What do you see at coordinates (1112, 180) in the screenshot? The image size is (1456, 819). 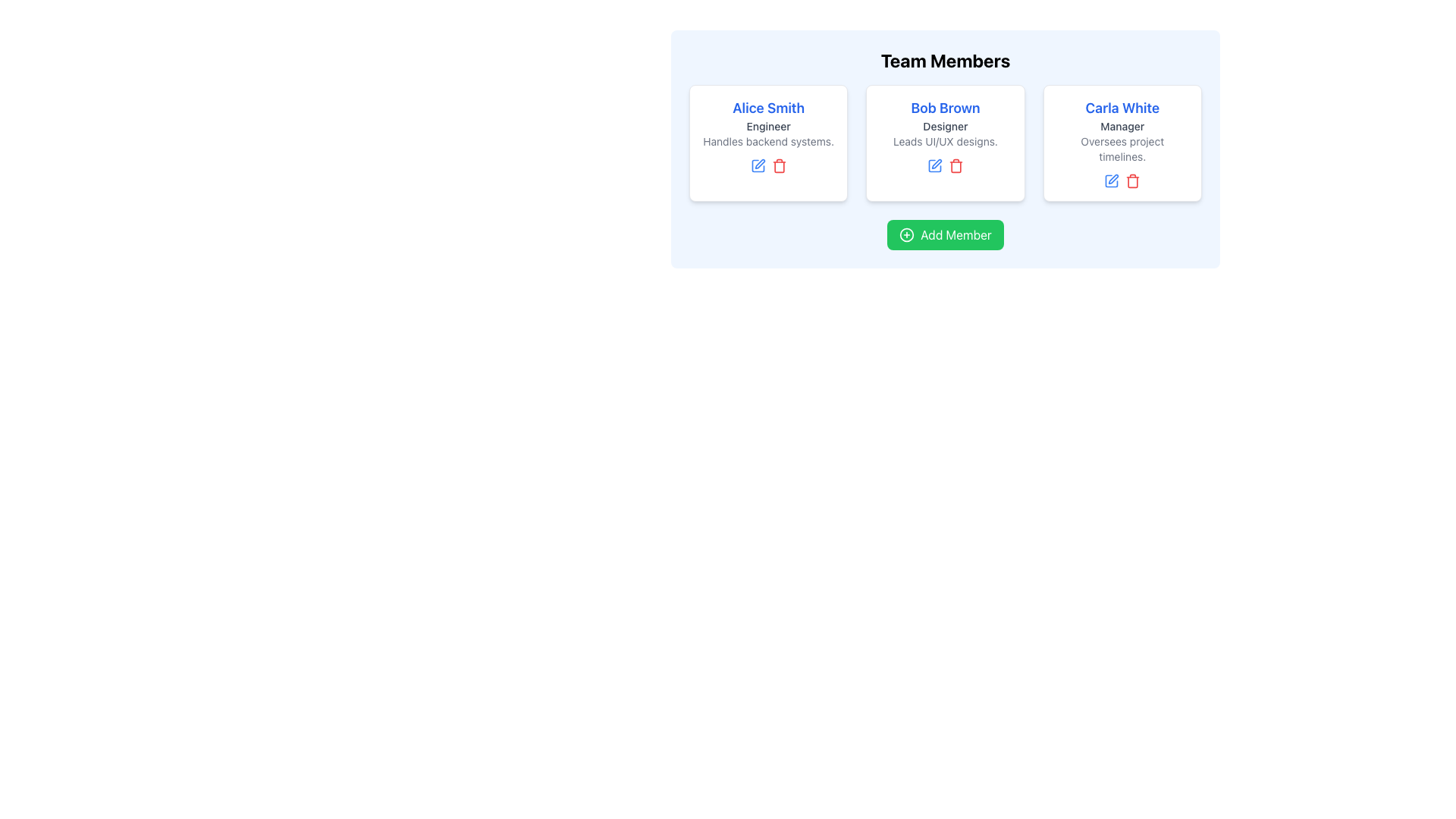 I see `the small blue edit icon located in the lower-left corner under the user profile card labeled 'Carla White' in the 'Team Members' section` at bounding box center [1112, 180].